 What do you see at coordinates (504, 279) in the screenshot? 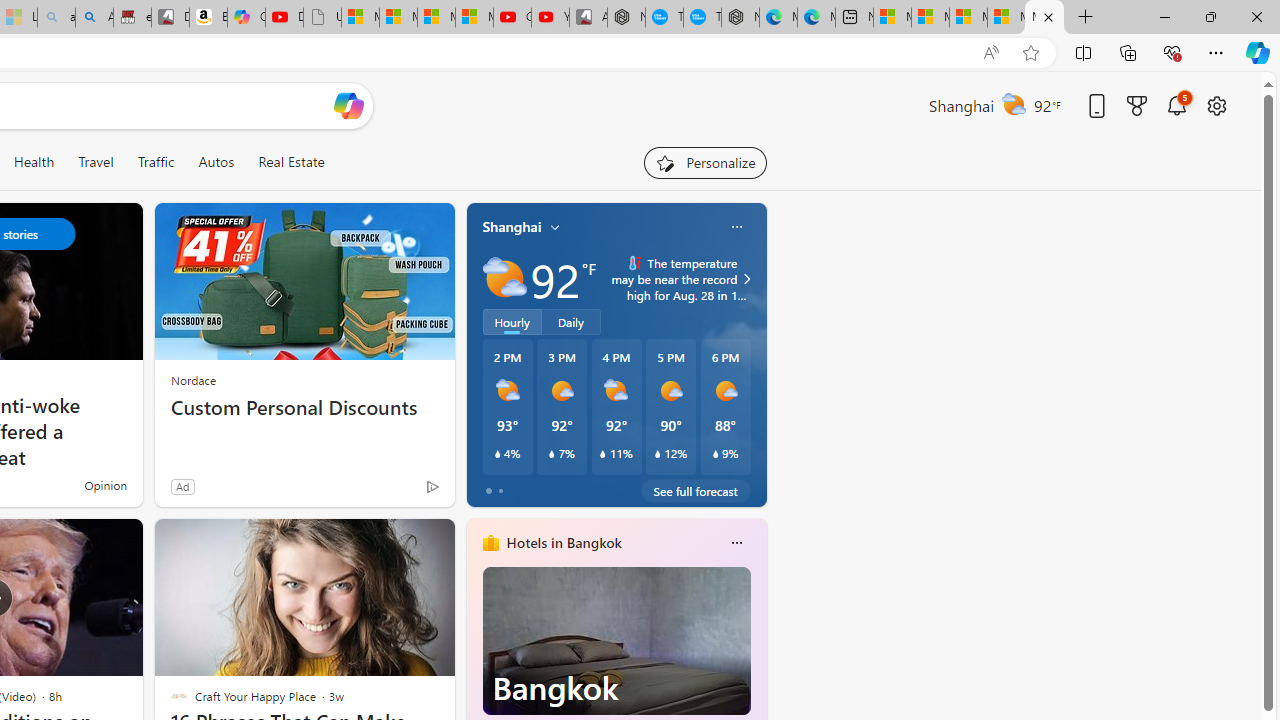
I see `'Partly sunny'` at bounding box center [504, 279].